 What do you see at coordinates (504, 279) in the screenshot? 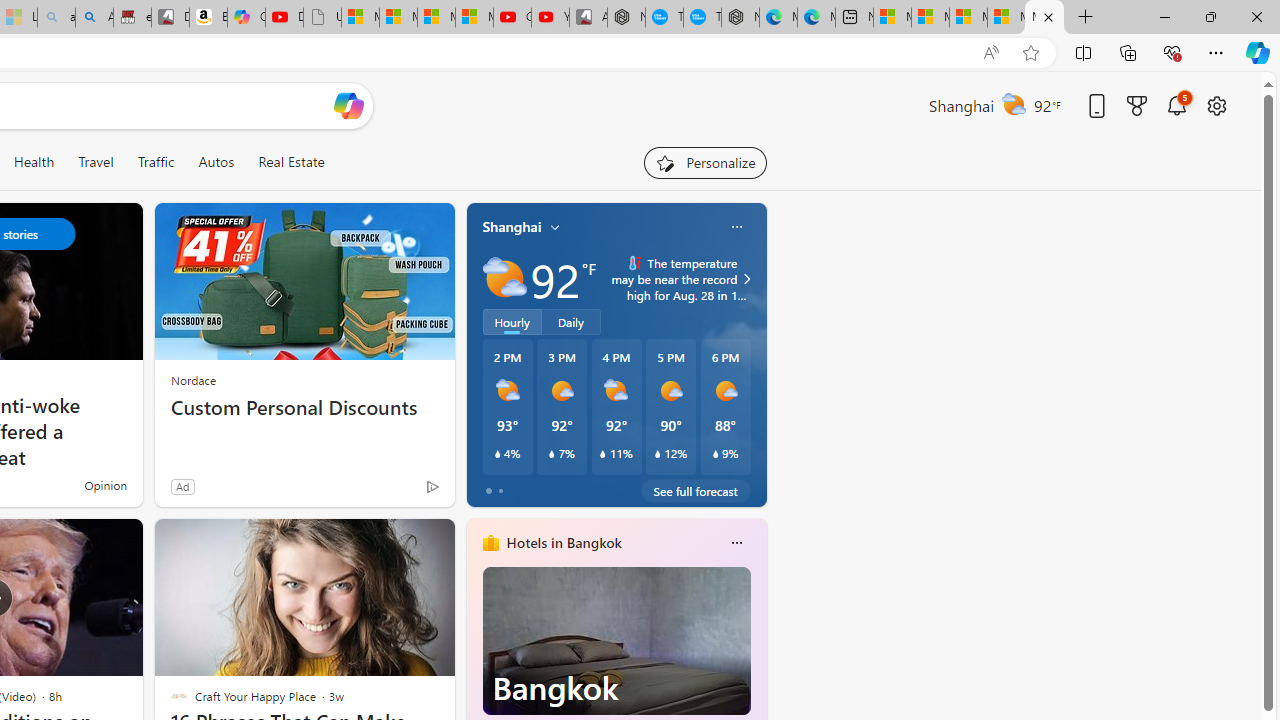
I see `'Partly sunny'` at bounding box center [504, 279].